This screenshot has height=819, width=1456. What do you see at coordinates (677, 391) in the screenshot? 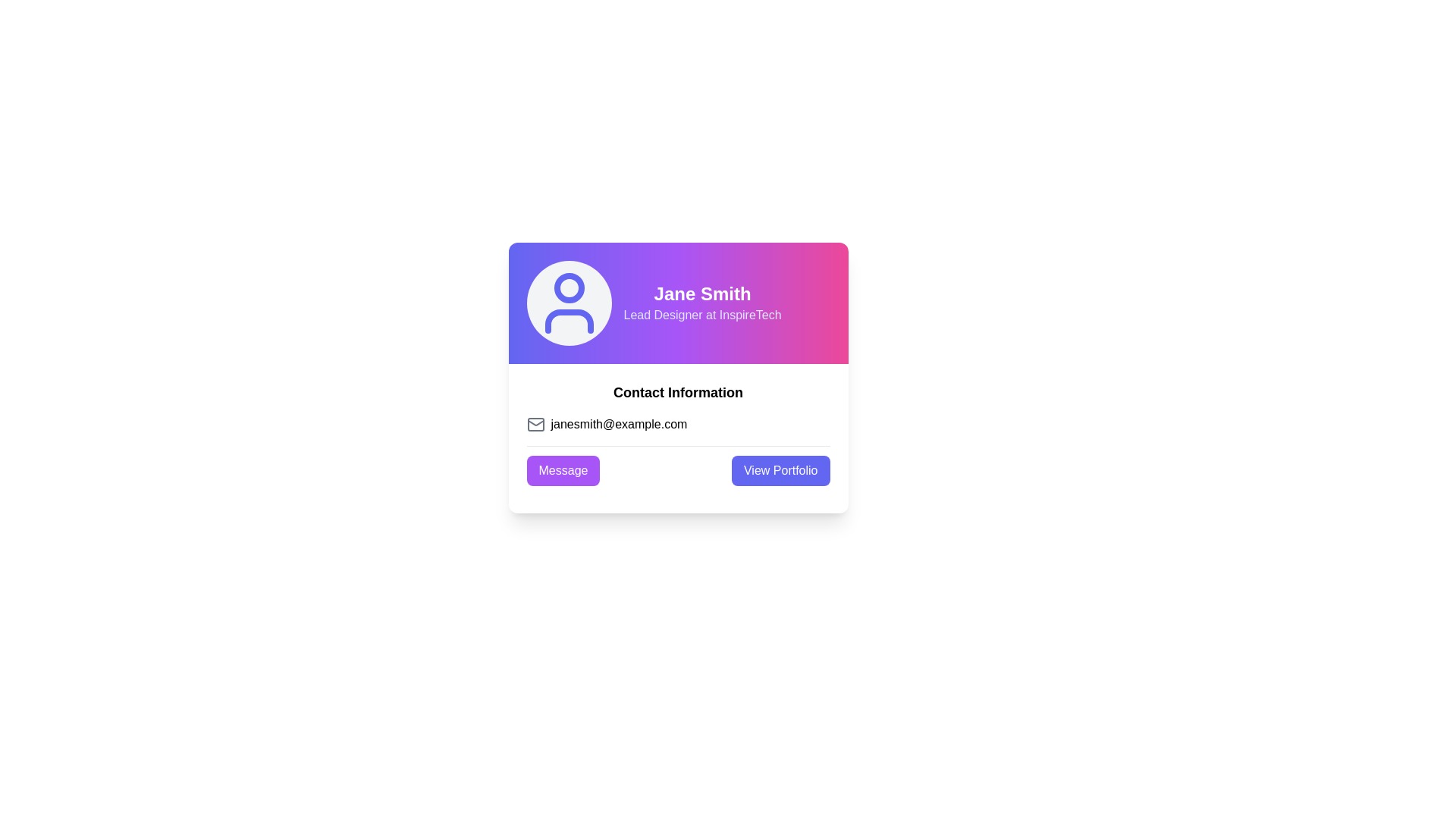
I see `text label indicating 'Contact Information' located at the top of the card component` at bounding box center [677, 391].